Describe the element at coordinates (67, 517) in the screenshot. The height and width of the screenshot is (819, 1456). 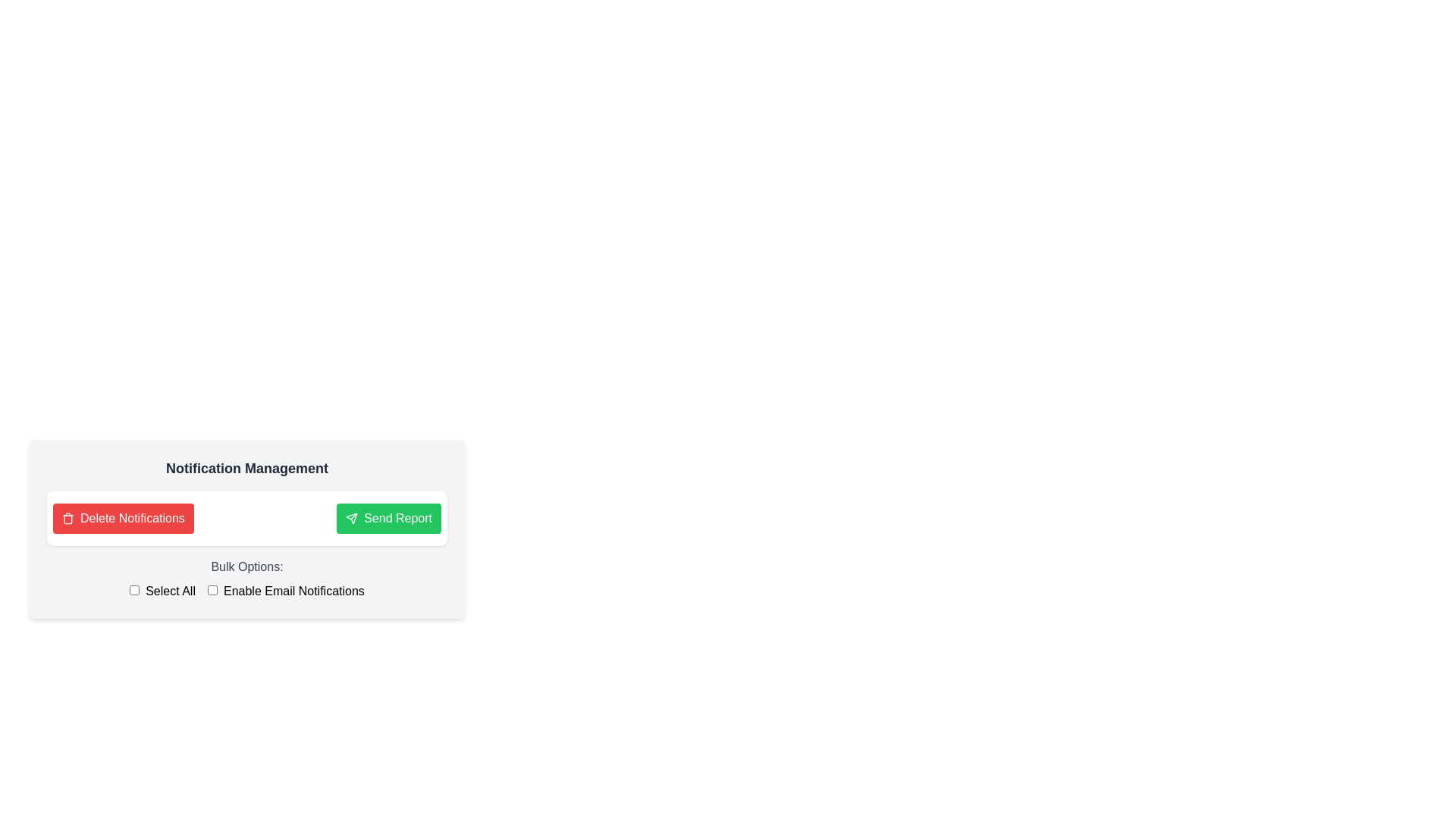
I see `the trash icon located to the left of the 'Delete Notifications' button in the 'Notification Management' section` at that location.